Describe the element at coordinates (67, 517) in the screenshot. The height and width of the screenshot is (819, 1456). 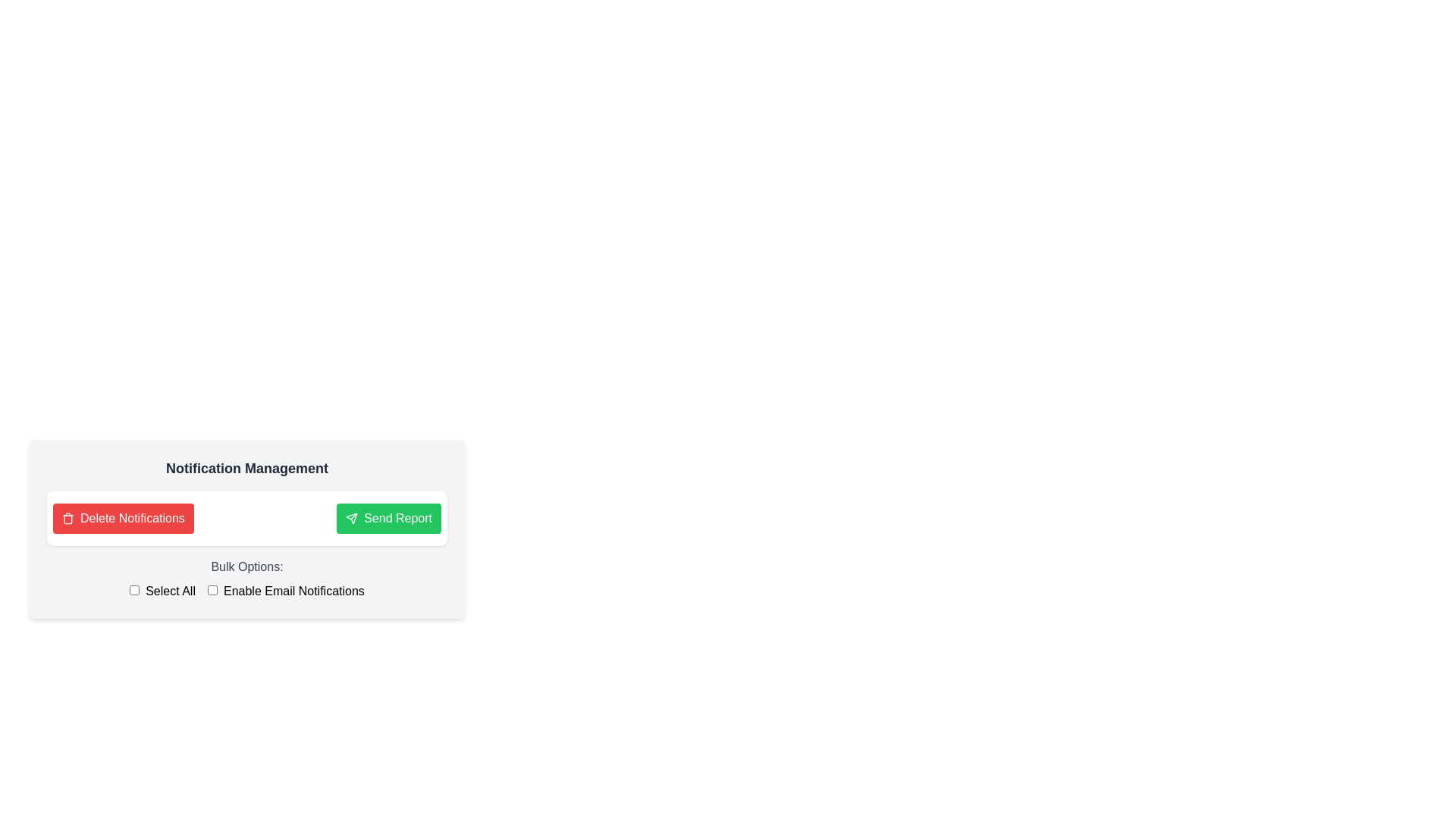
I see `the trash icon located to the left of the 'Delete Notifications' button in the 'Notification Management' section` at that location.